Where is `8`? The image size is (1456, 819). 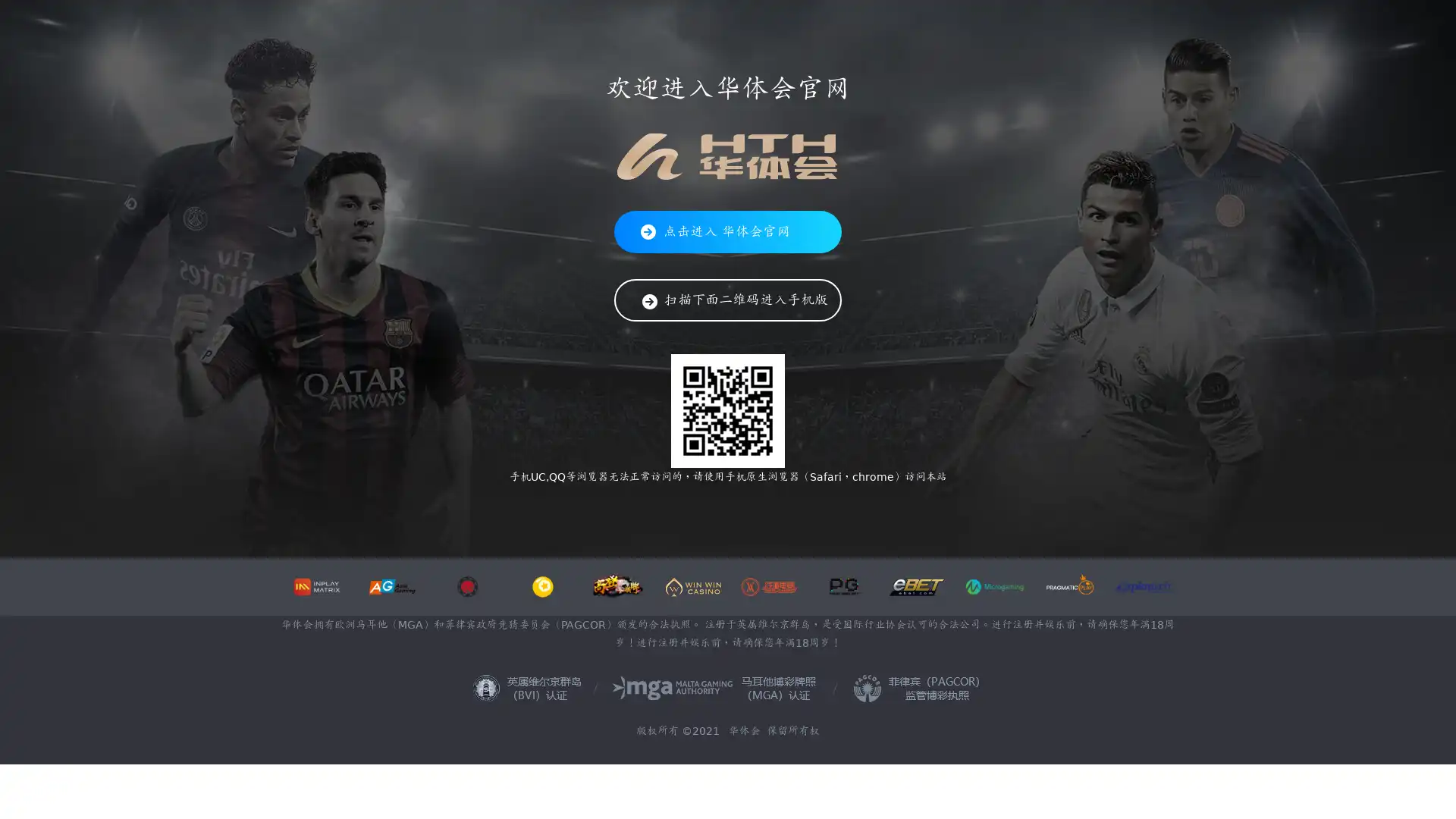
8 is located at coordinates (698, 505).